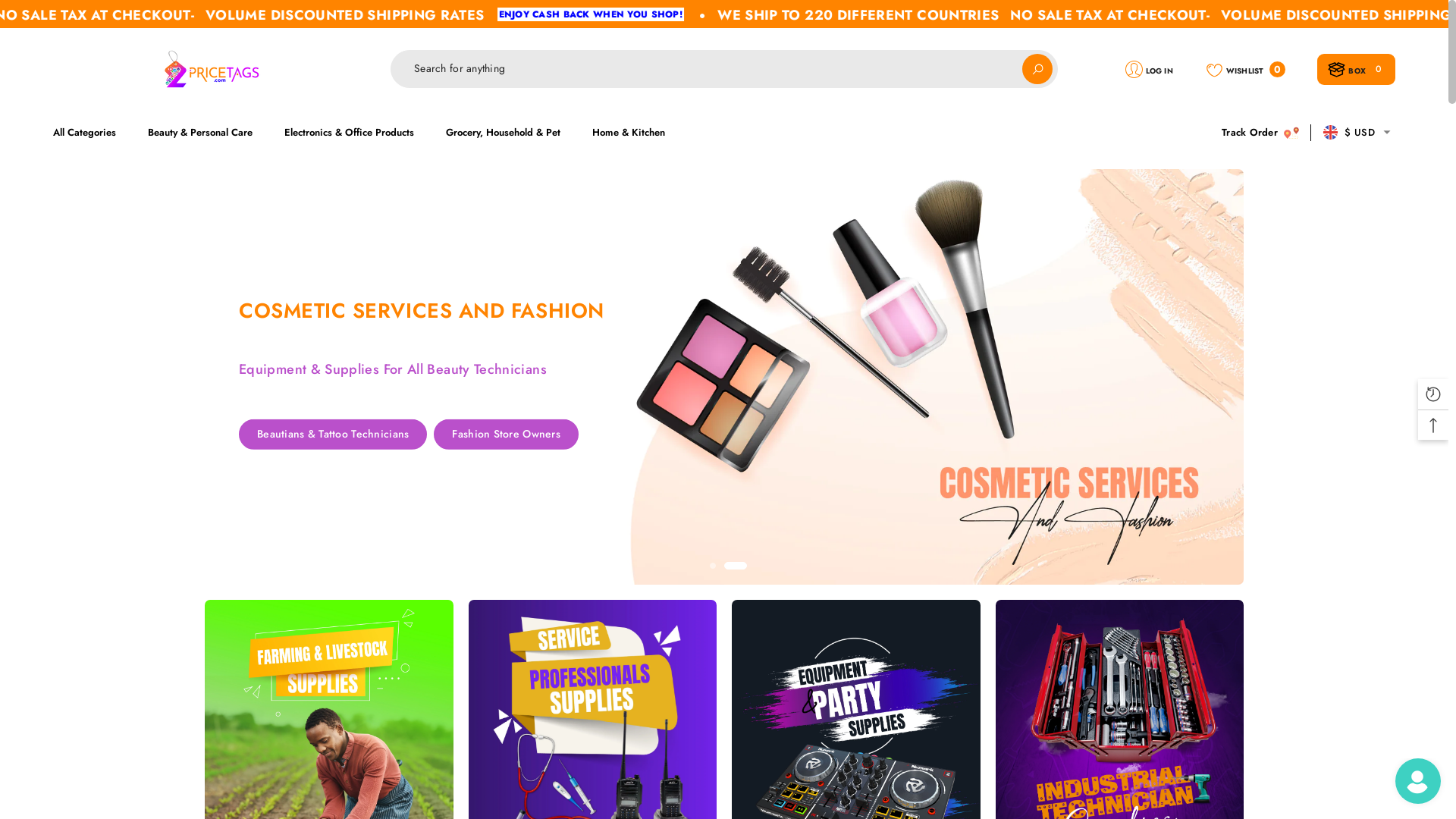  What do you see at coordinates (308, 435) in the screenshot?
I see `'Culinary Professional'` at bounding box center [308, 435].